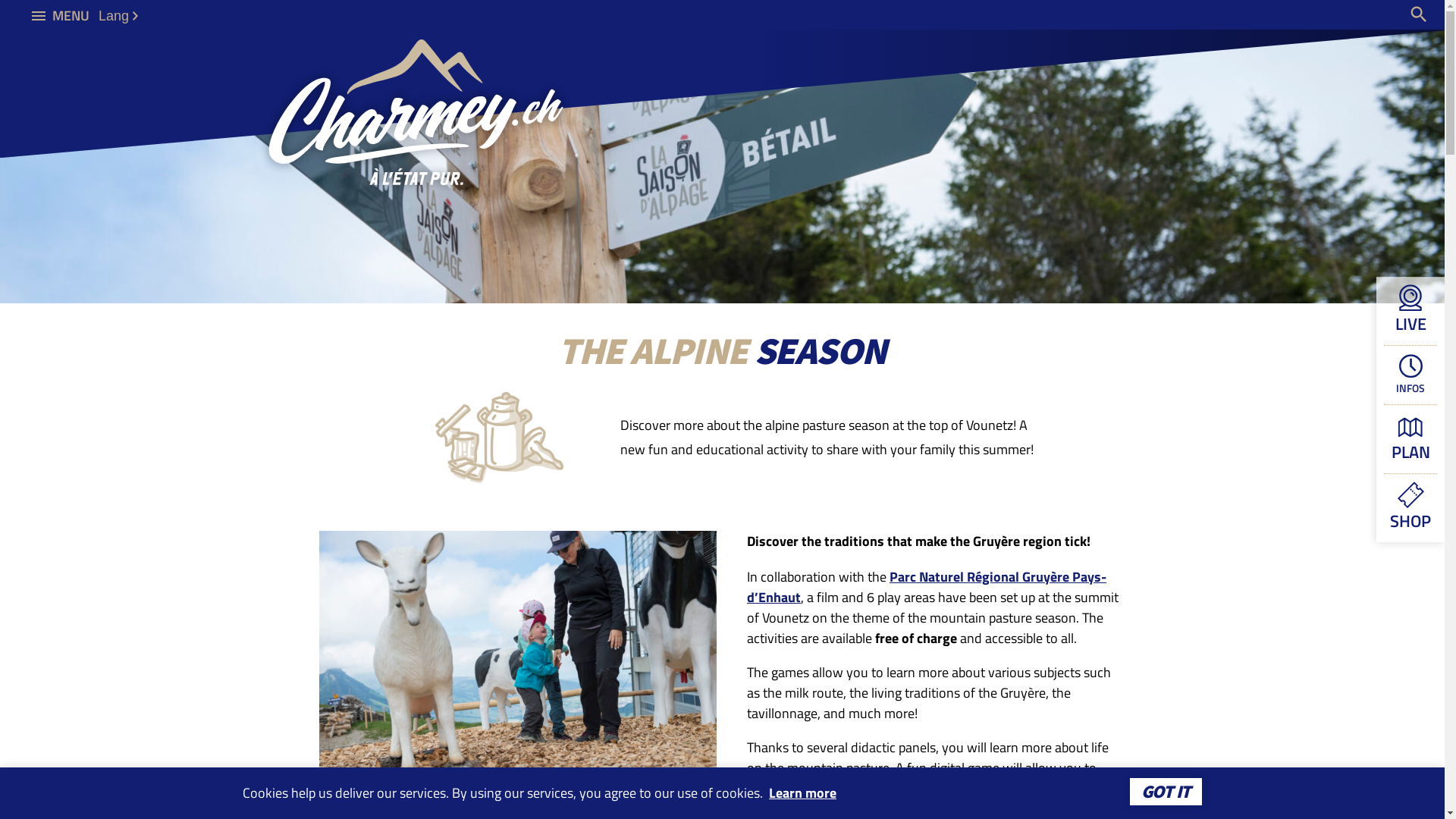 Image resolution: width=1456 pixels, height=819 pixels. What do you see at coordinates (1410, 309) in the screenshot?
I see `'LIVE'` at bounding box center [1410, 309].